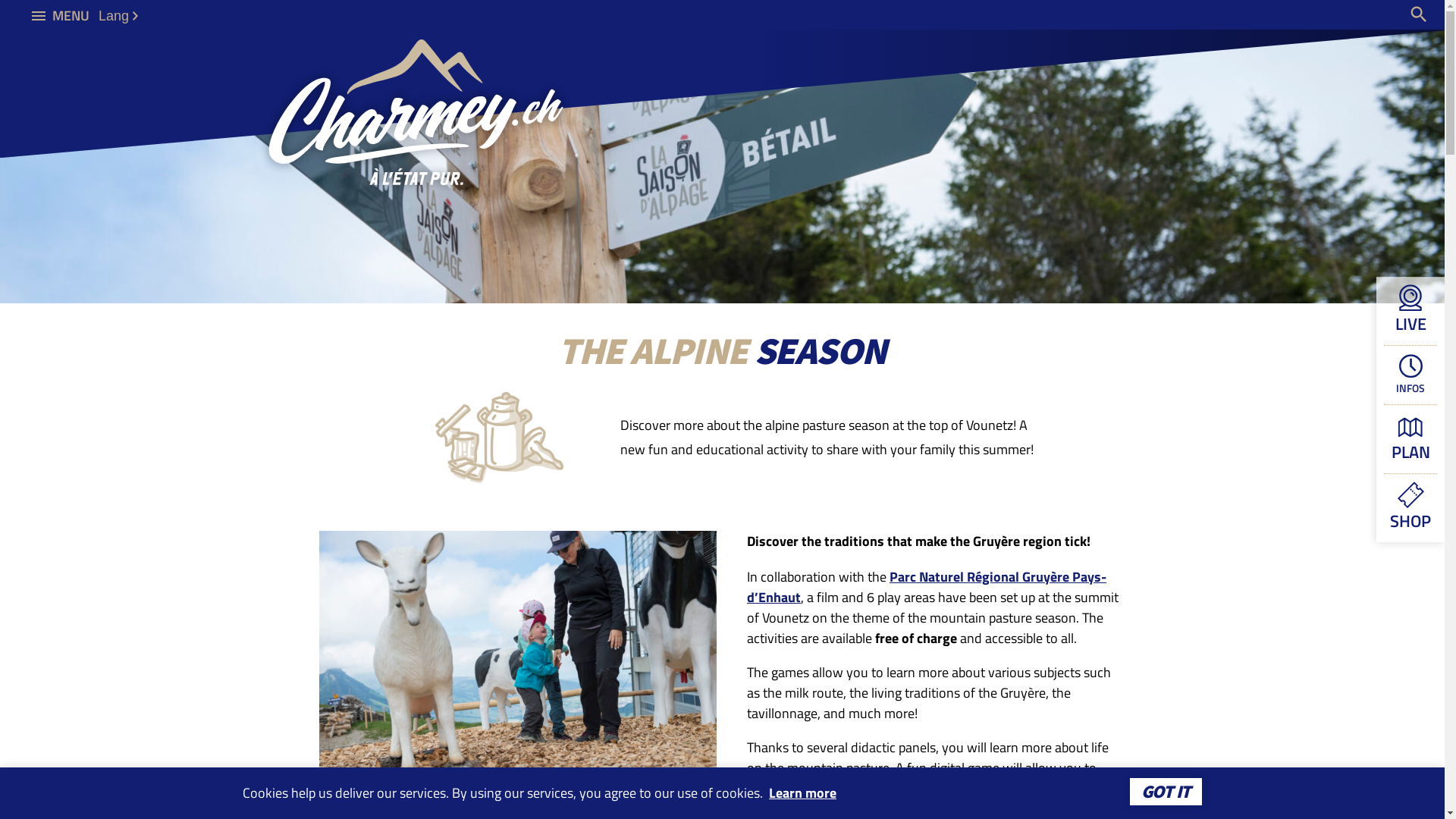 Image resolution: width=1456 pixels, height=819 pixels. What do you see at coordinates (1410, 309) in the screenshot?
I see `'LIVE'` at bounding box center [1410, 309].